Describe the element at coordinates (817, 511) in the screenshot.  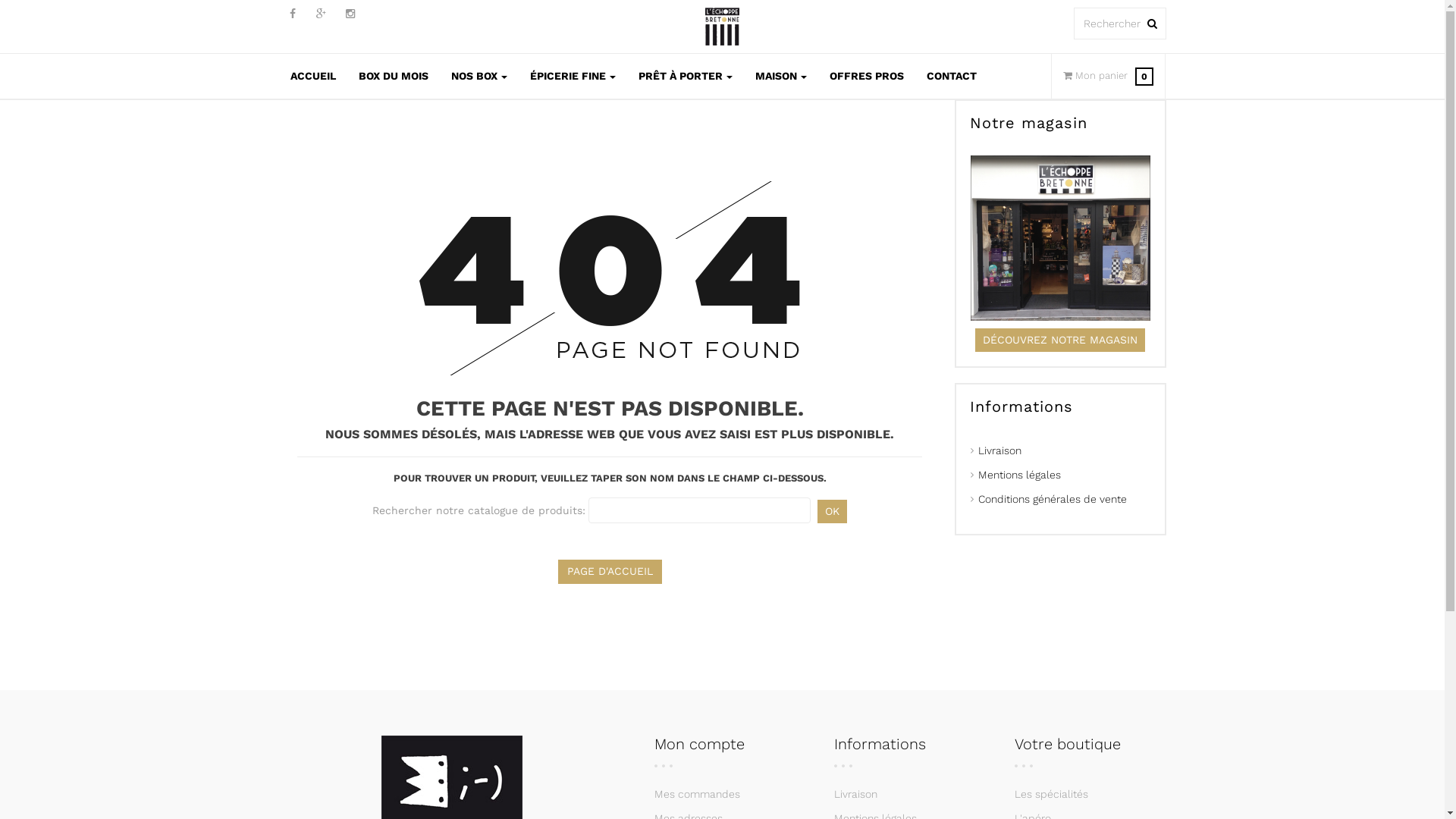
I see `'OK'` at that location.